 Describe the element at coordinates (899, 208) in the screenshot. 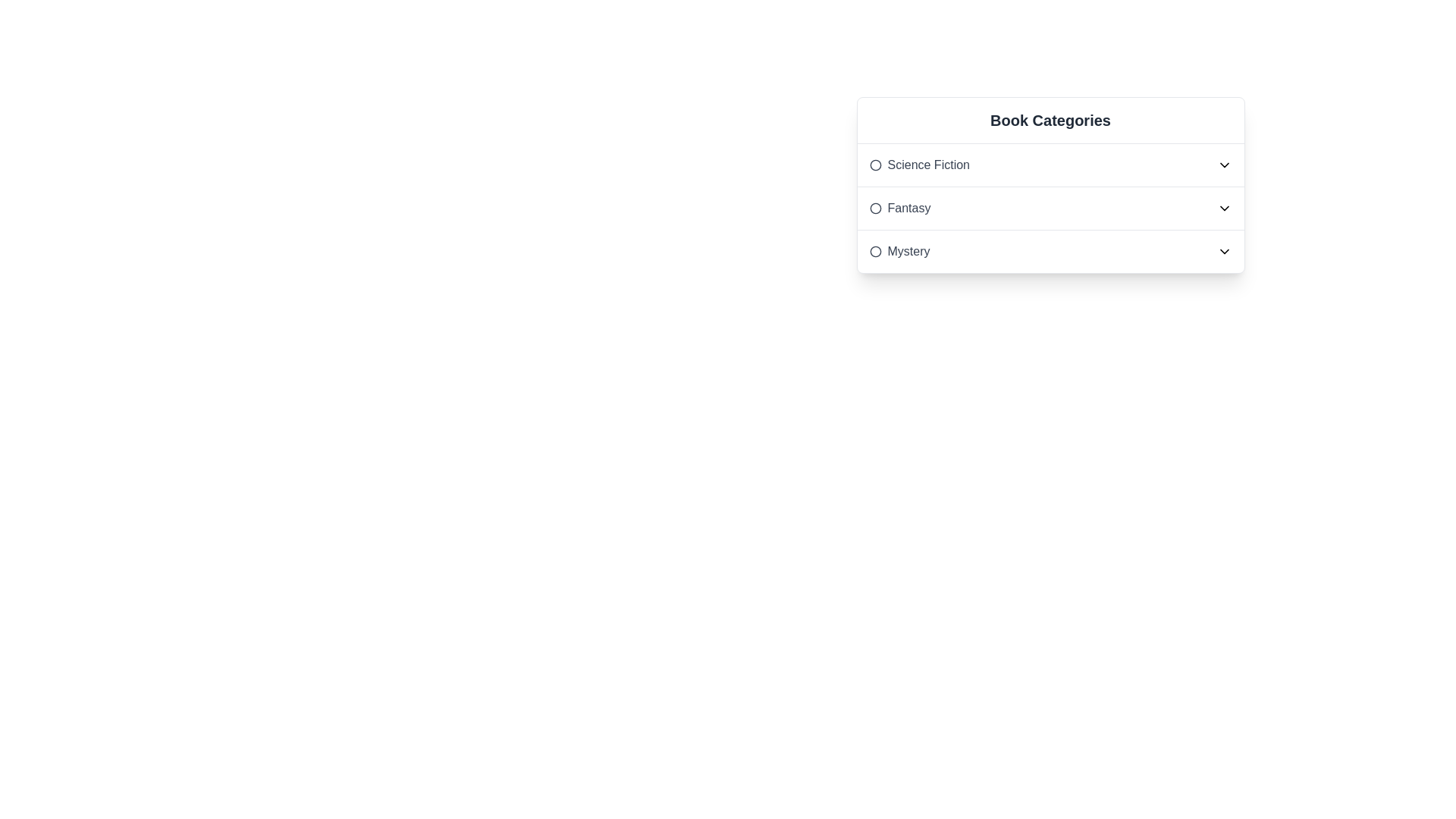

I see `the 'Fantasy' label, which is the second item in the list of book categories, styled in gray and positioned below 'Science Fiction'` at that location.